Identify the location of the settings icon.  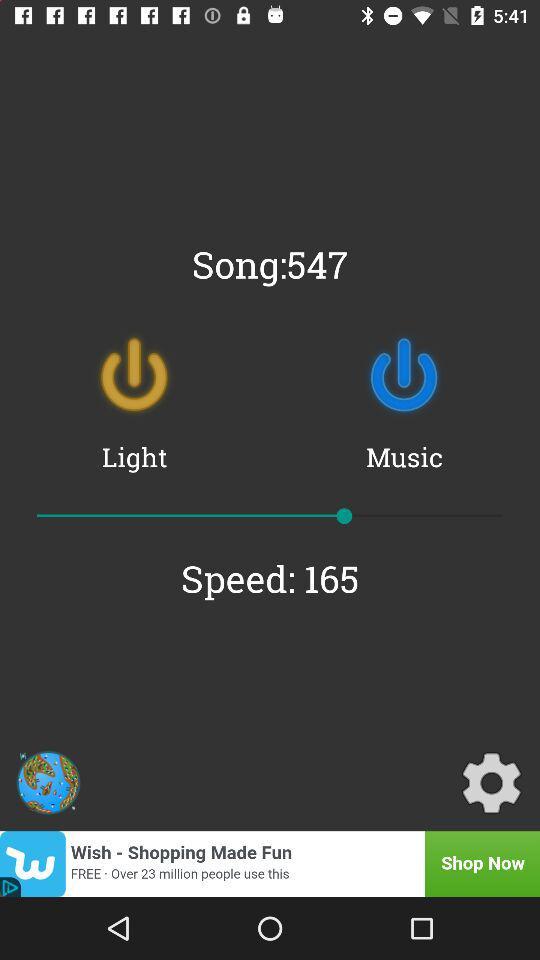
(490, 782).